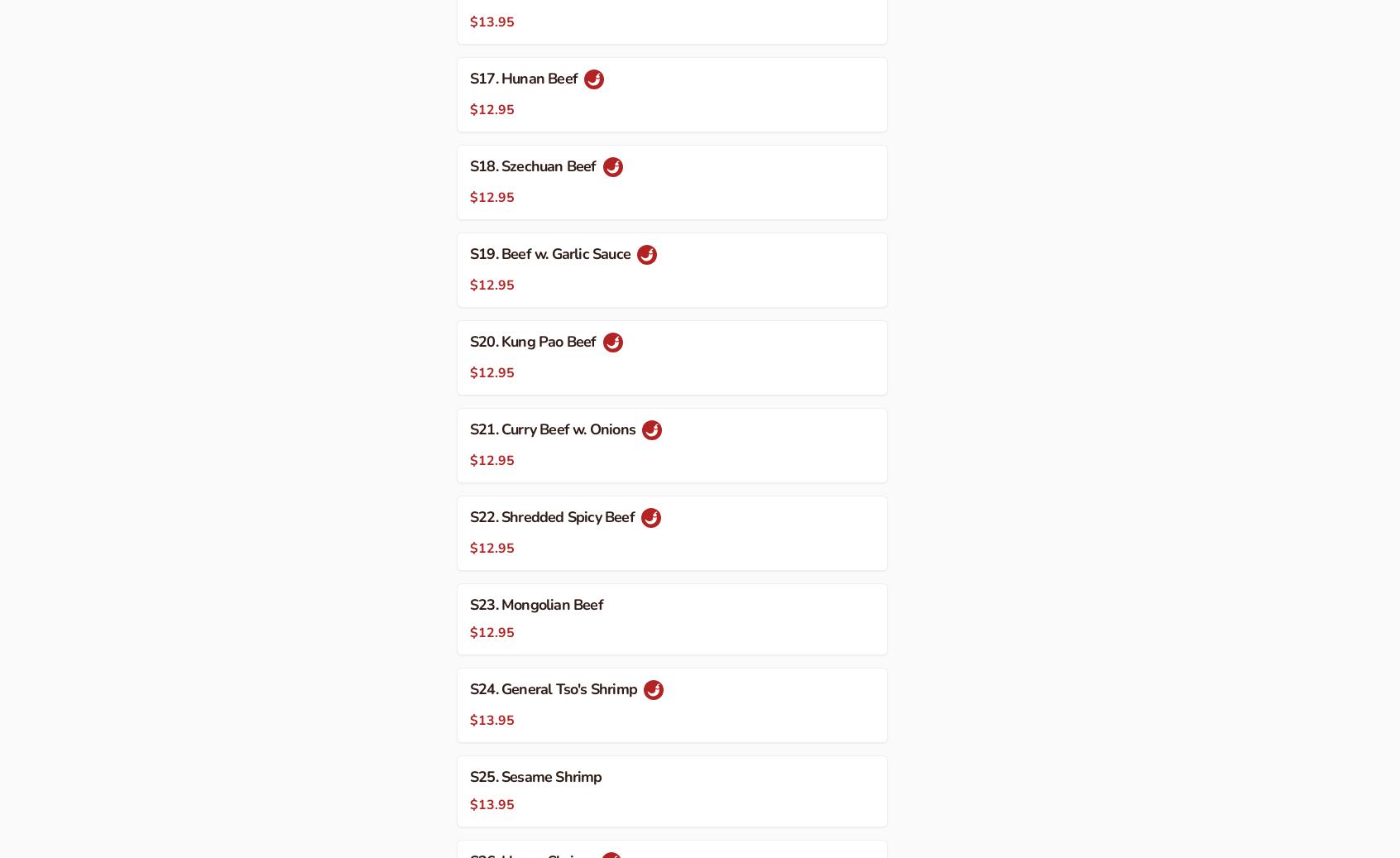 The width and height of the screenshot is (1400, 858). I want to click on 'S17.  Hunan Beef', so click(525, 76).